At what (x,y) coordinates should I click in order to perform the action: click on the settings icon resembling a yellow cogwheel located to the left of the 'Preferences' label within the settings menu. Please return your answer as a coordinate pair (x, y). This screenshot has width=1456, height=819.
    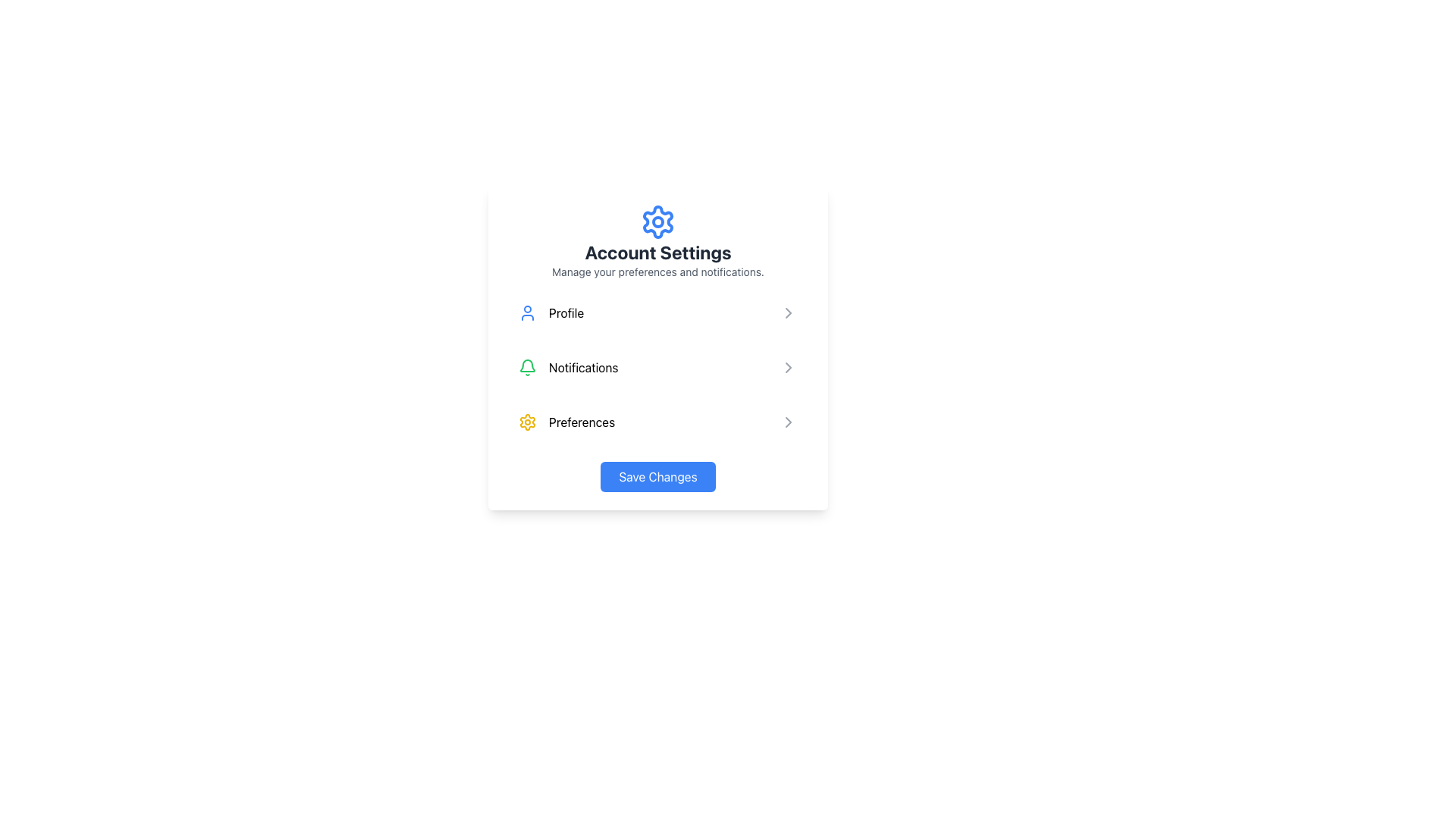
    Looking at the image, I should click on (528, 422).